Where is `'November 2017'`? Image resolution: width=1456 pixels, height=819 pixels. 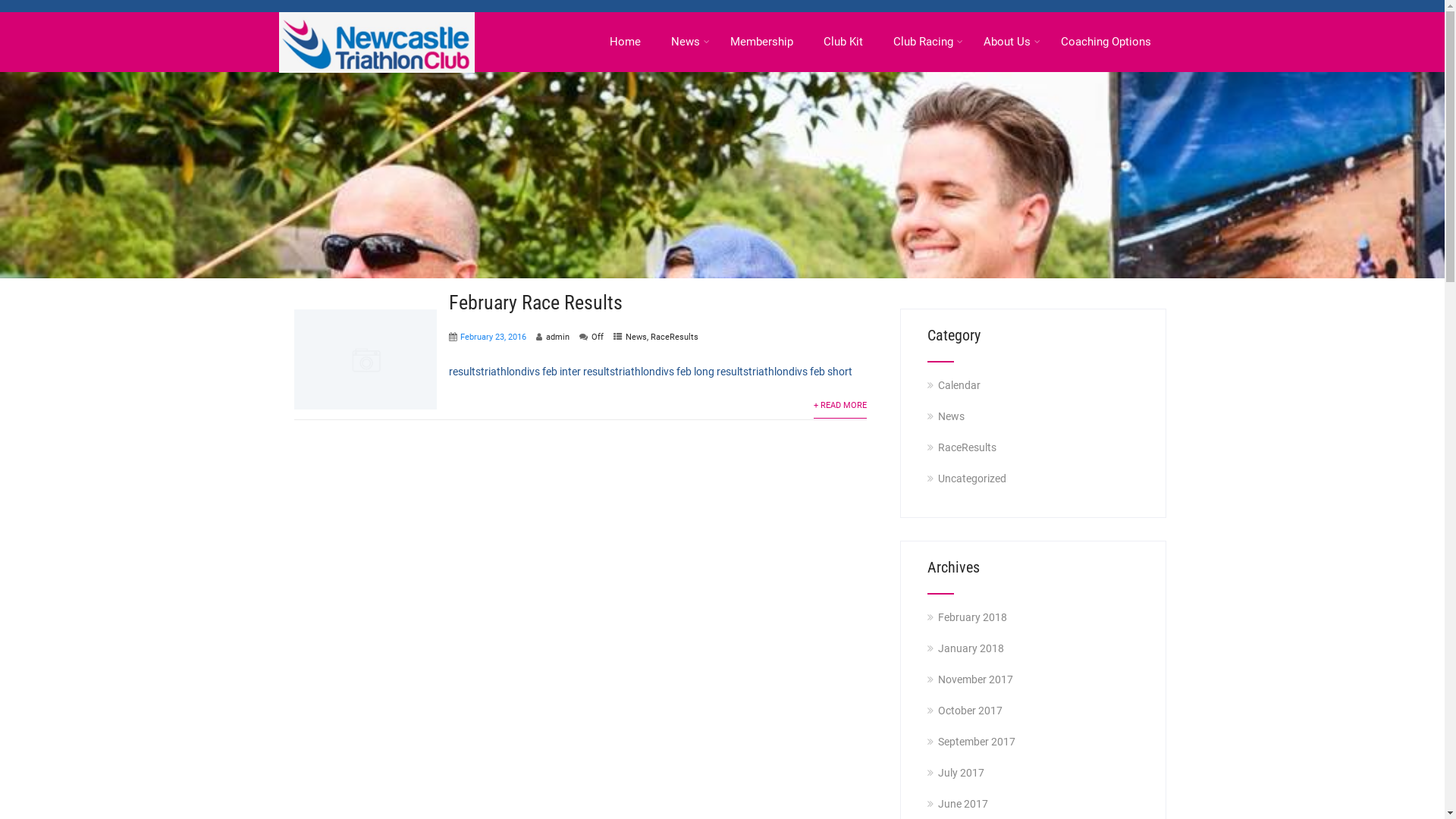
'November 2017' is located at coordinates (975, 678).